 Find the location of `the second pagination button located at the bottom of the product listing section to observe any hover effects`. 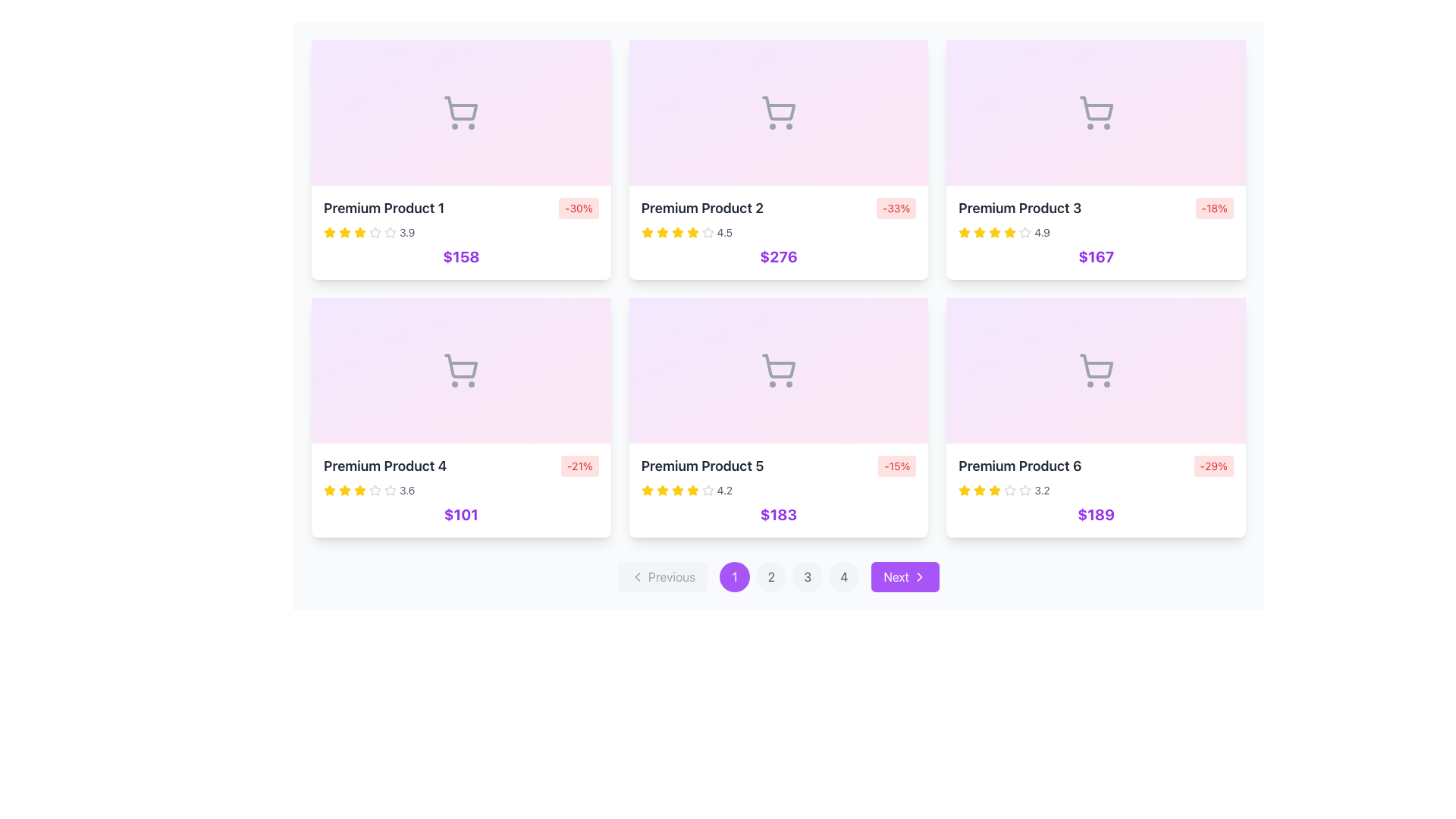

the second pagination button located at the bottom of the product listing section to observe any hover effects is located at coordinates (779, 576).